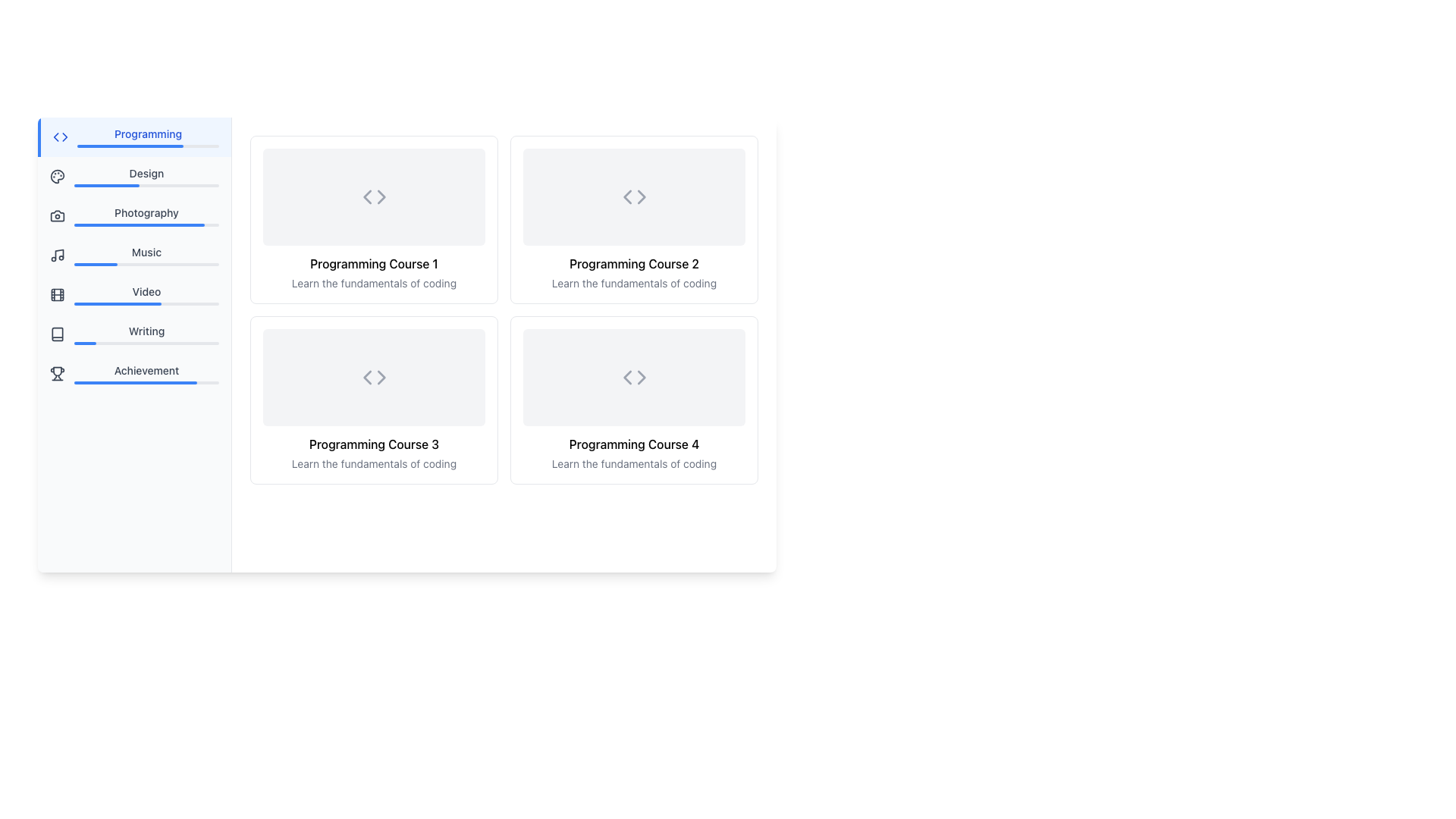 The width and height of the screenshot is (1456, 819). I want to click on the 'Achievement' navigation item with a progress indicator, so click(146, 374).